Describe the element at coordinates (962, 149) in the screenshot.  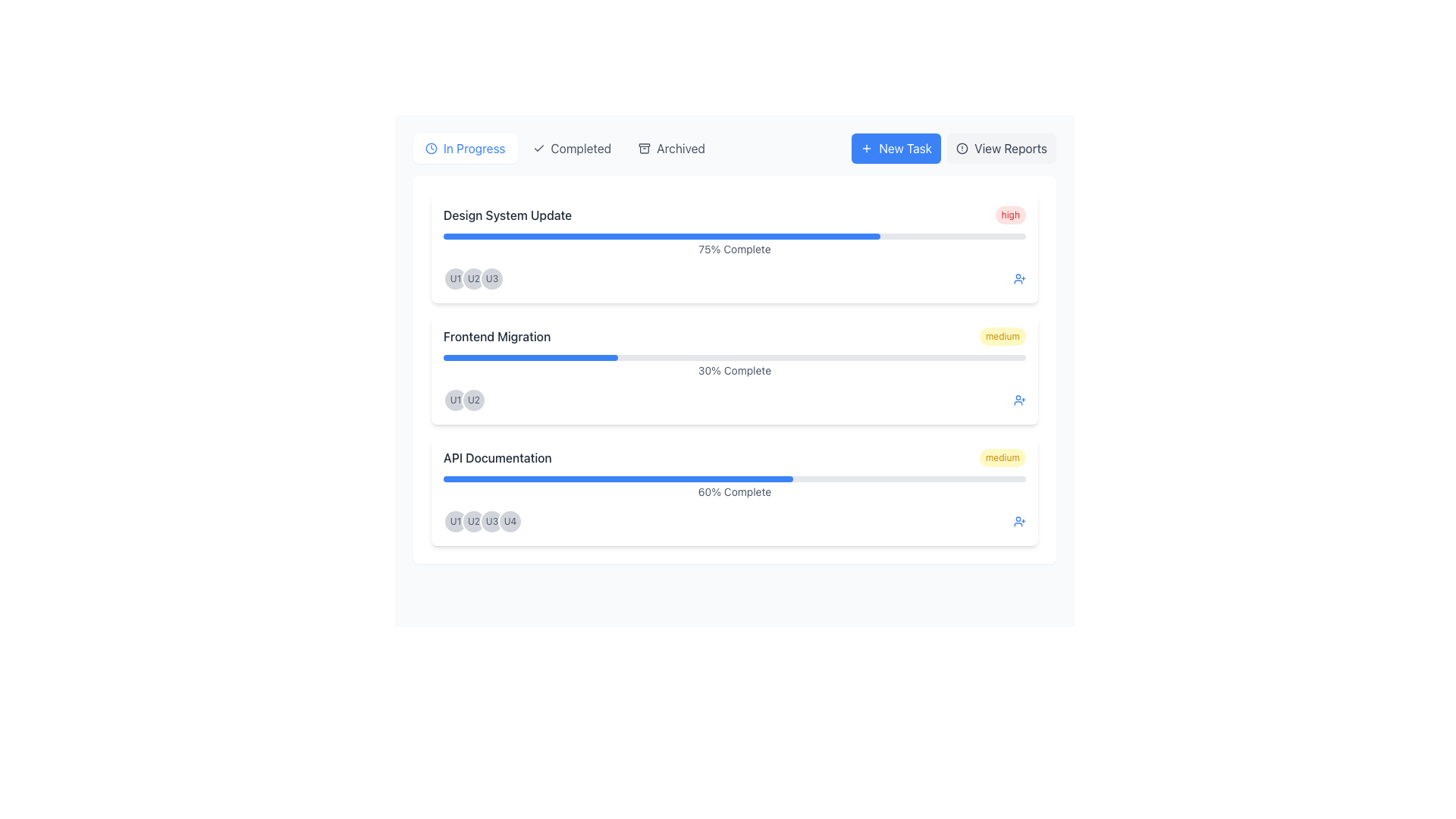
I see `the visual style of the alert icon located inside the 'View Reports' button at the upper-right corner of the interface, to the left of the button text` at that location.